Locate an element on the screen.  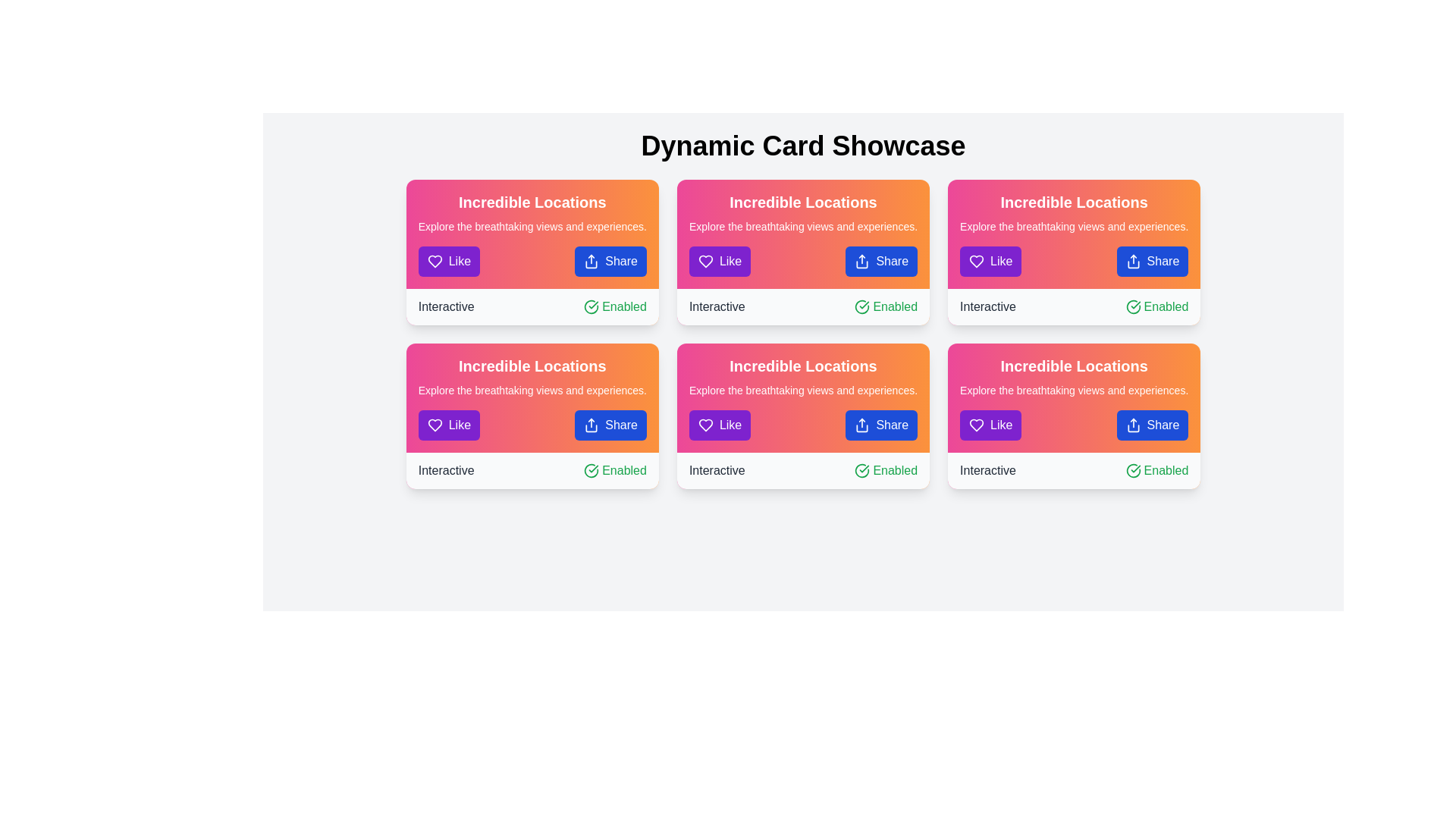
the share icon button which features a blue background and a white share symbol with an upward arrow, located next to the 'Share' text is located at coordinates (862, 260).